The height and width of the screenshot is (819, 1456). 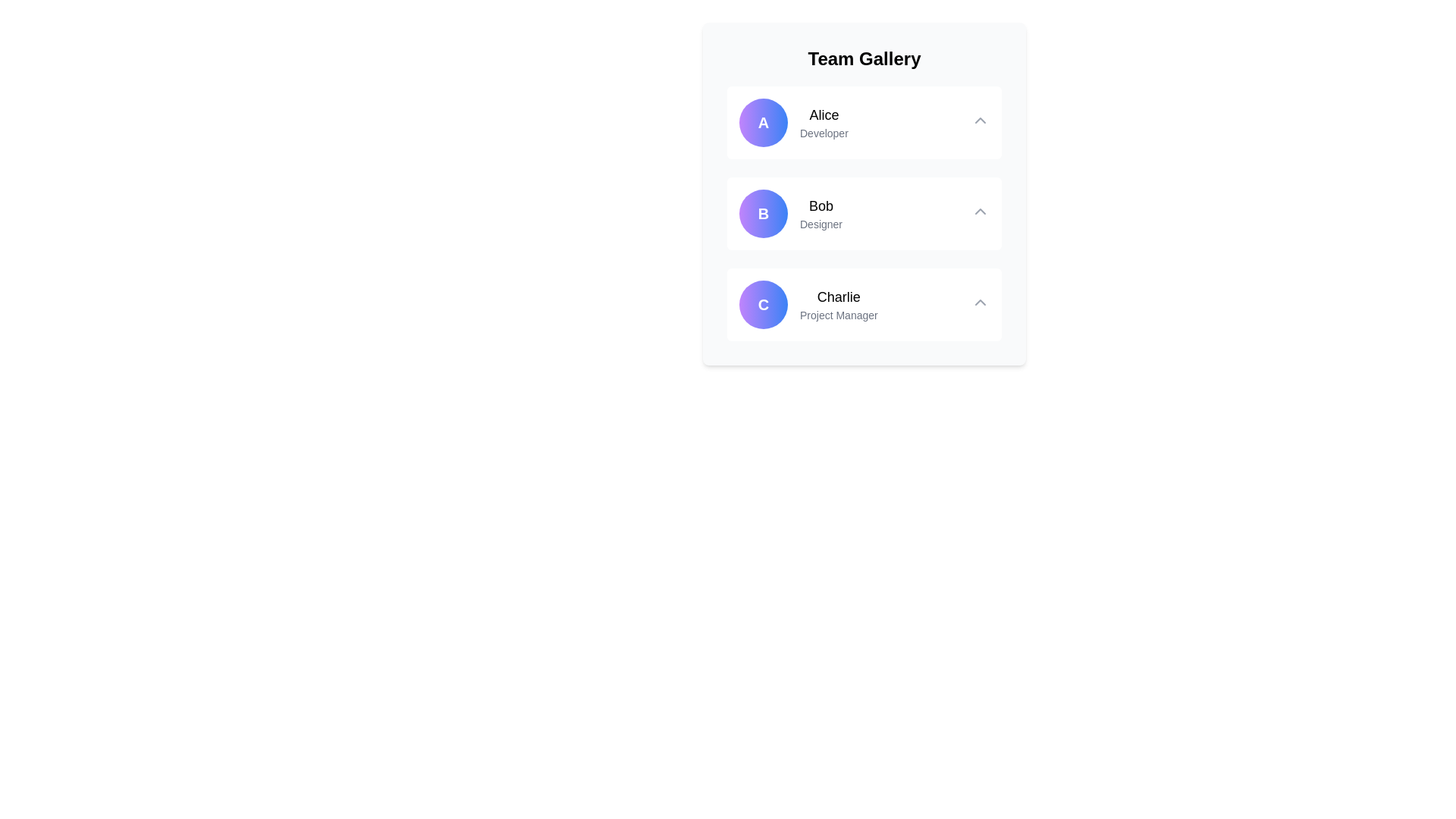 I want to click on the Profile card featuring a light background, rounded corners, and a vibrant circular avatar with the letter 'A', located in the Team Gallery section, so click(x=864, y=122).